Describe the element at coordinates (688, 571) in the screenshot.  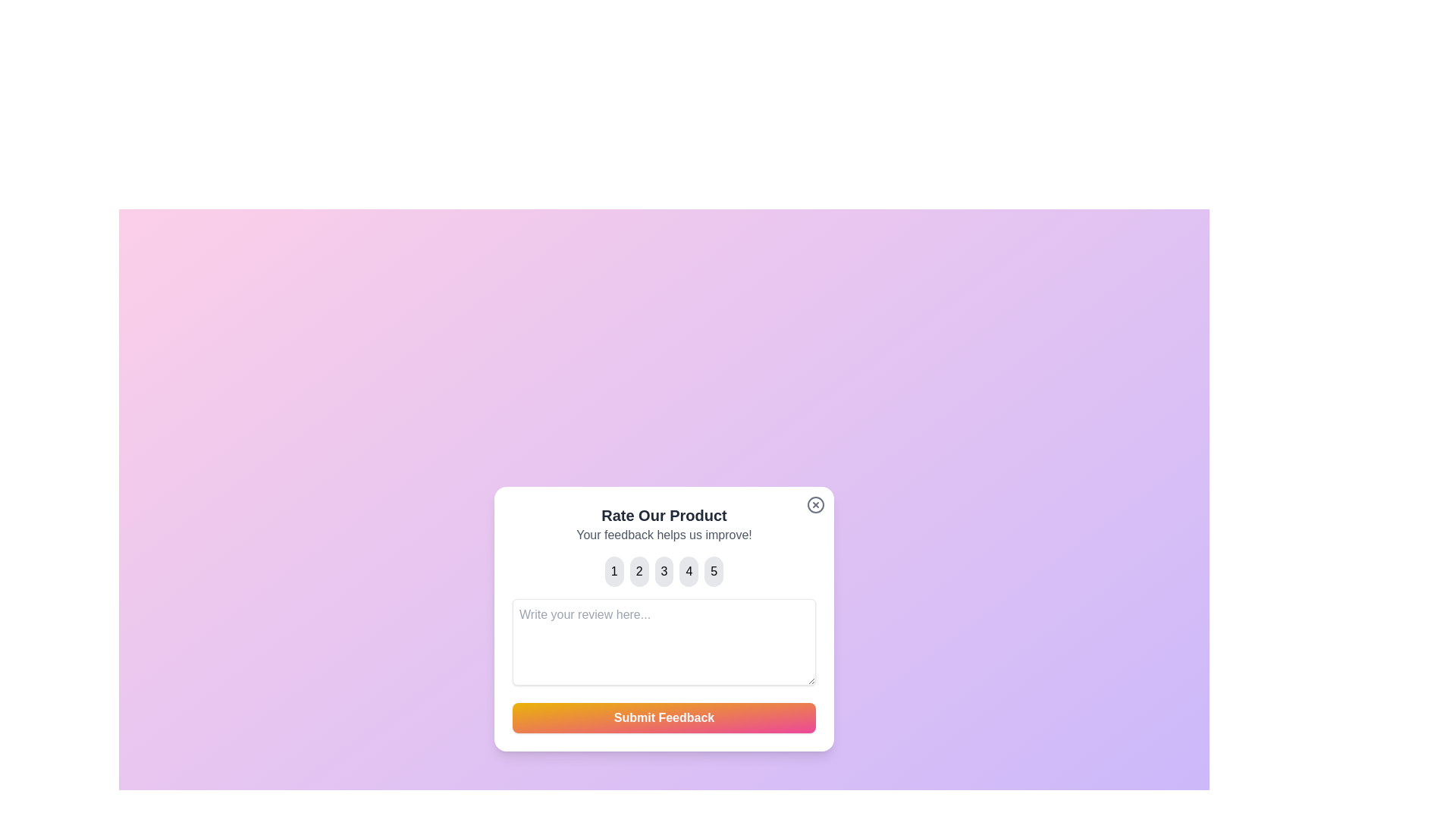
I see `the button corresponding to the rating 4` at that location.